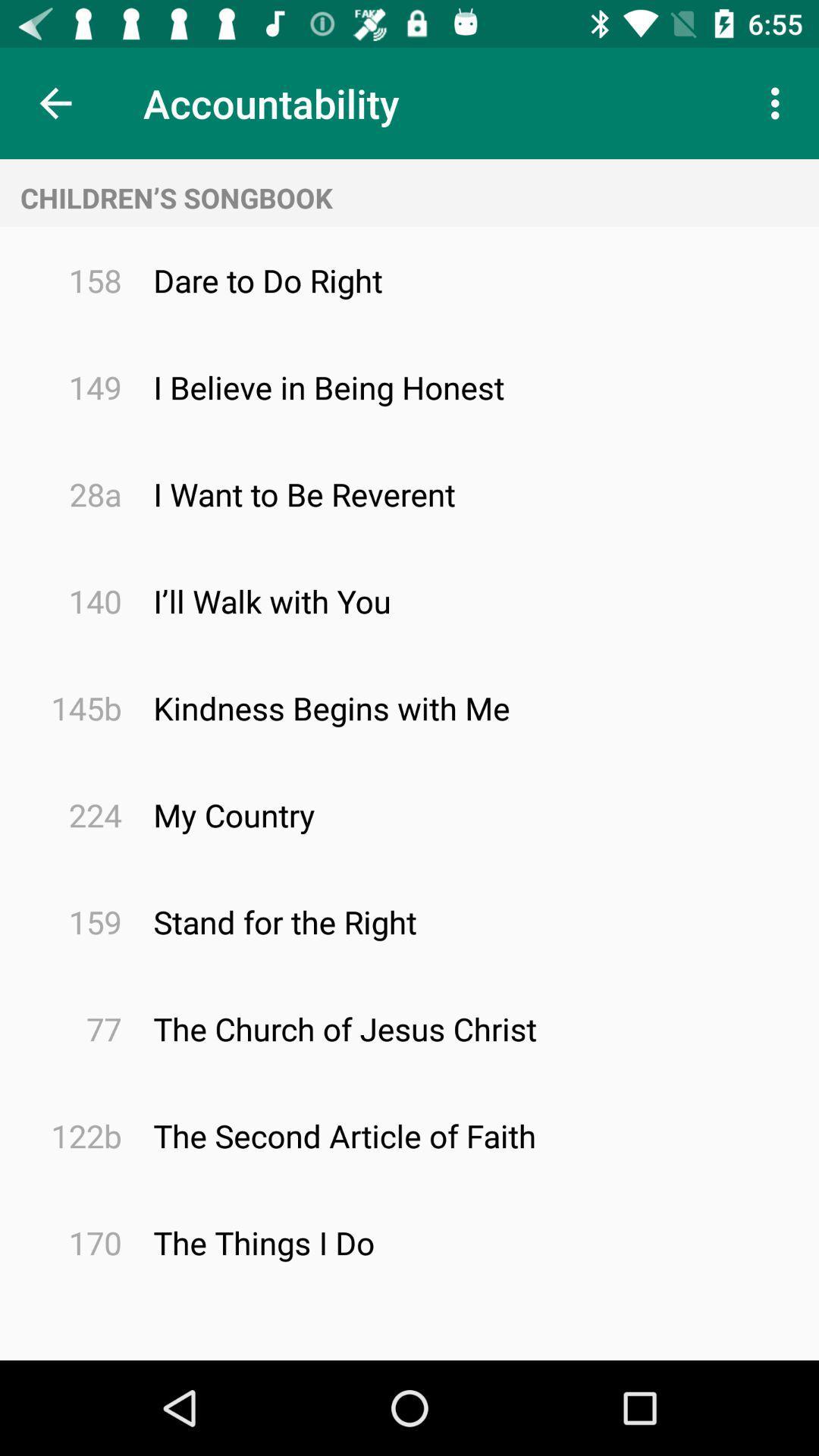 The height and width of the screenshot is (1456, 819). I want to click on the icon next to accountability, so click(55, 102).